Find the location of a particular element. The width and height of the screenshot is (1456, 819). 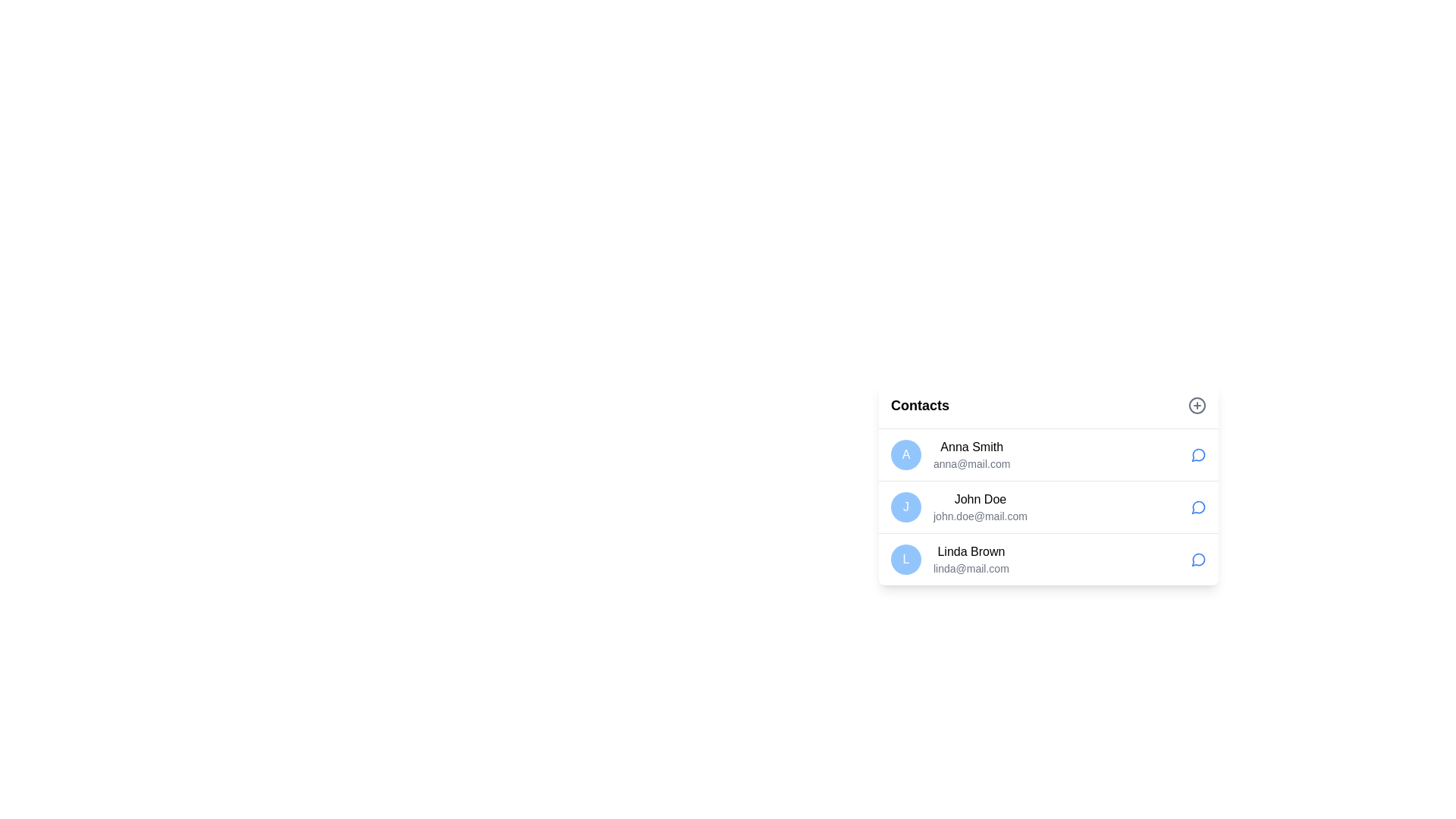

the messaging button next to 'Linda Brown' in the contact list is located at coordinates (1197, 560).